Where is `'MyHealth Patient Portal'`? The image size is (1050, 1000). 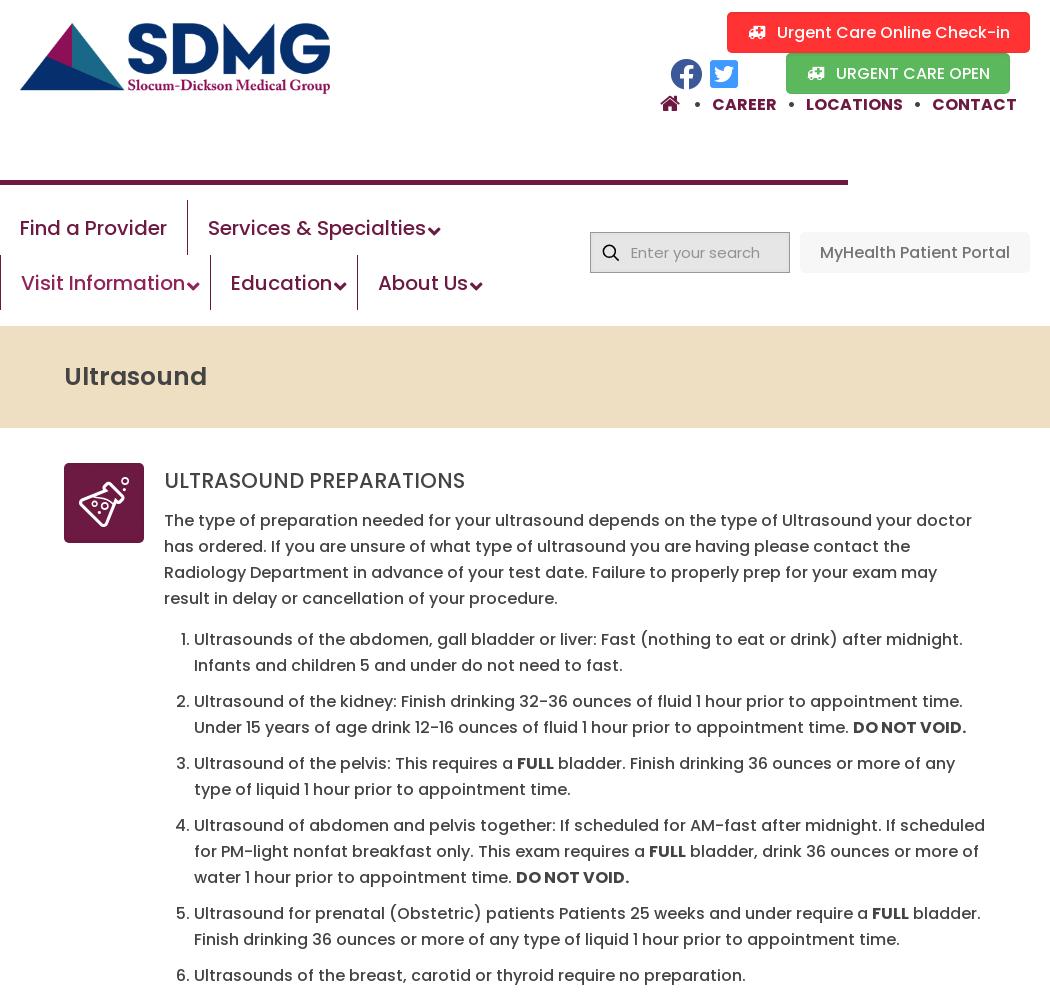
'MyHealth Patient Portal' is located at coordinates (914, 252).